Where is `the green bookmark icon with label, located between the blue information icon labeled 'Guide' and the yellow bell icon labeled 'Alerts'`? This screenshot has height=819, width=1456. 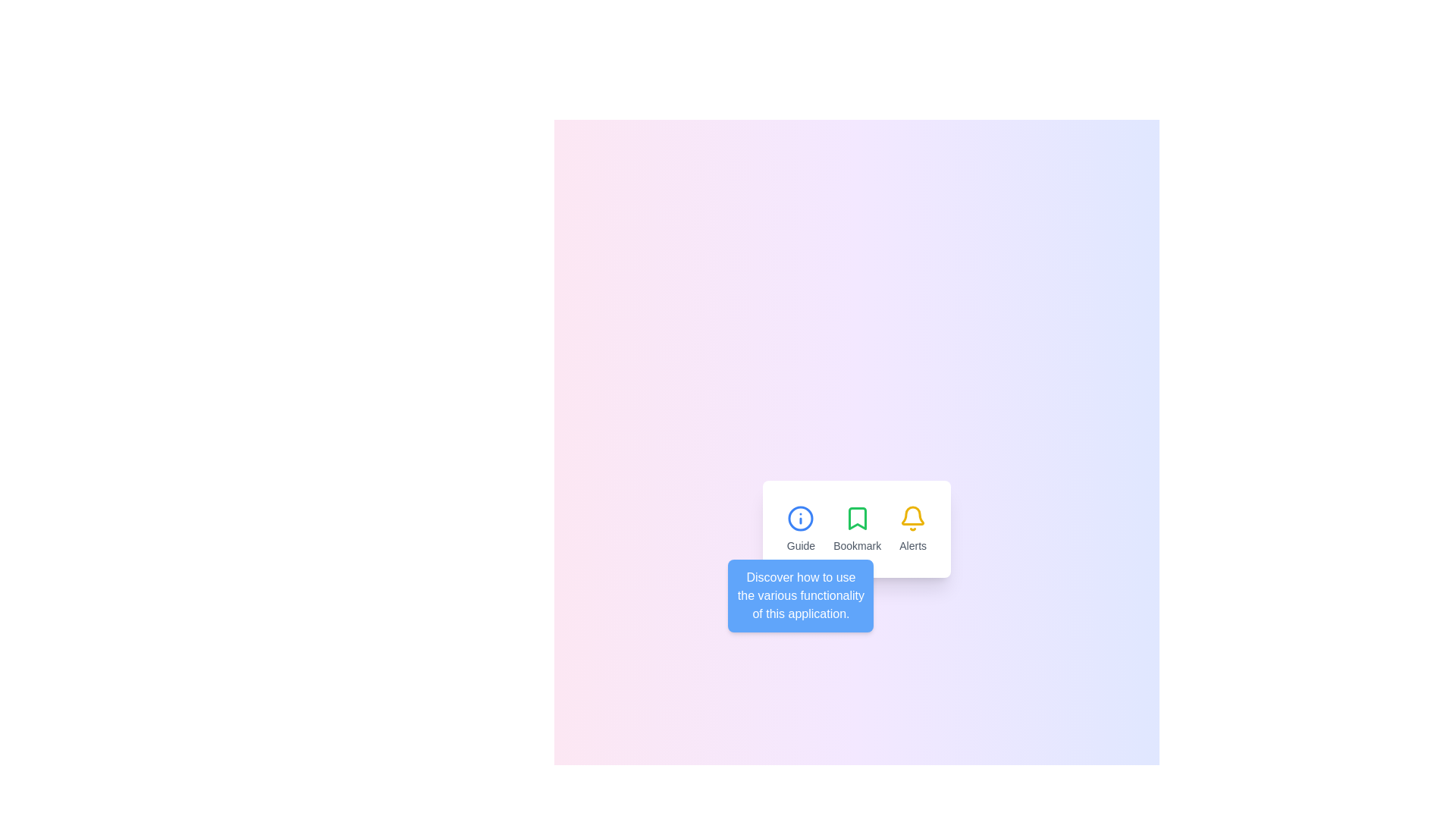
the green bookmark icon with label, located between the blue information icon labeled 'Guide' and the yellow bell icon labeled 'Alerts' is located at coordinates (856, 529).